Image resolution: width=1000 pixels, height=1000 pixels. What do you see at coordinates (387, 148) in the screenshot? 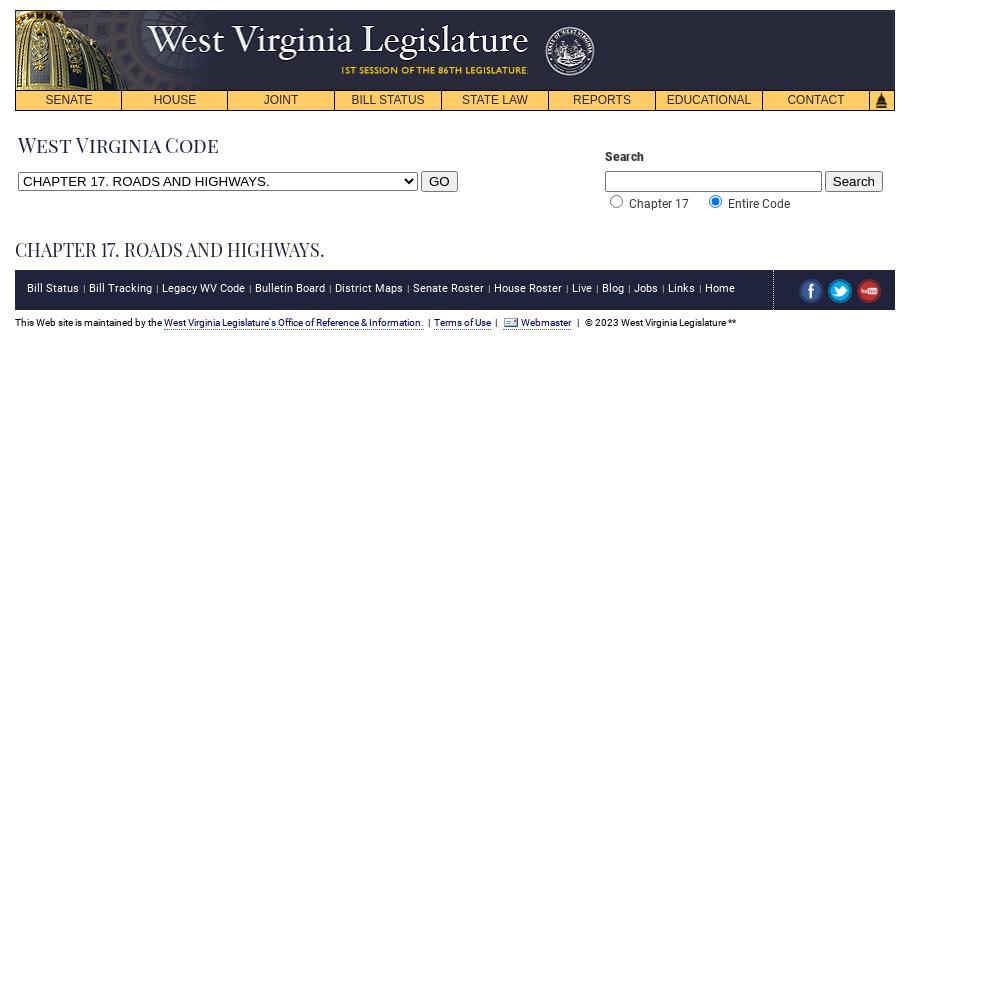
I see `'BILL TRACKING'` at bounding box center [387, 148].